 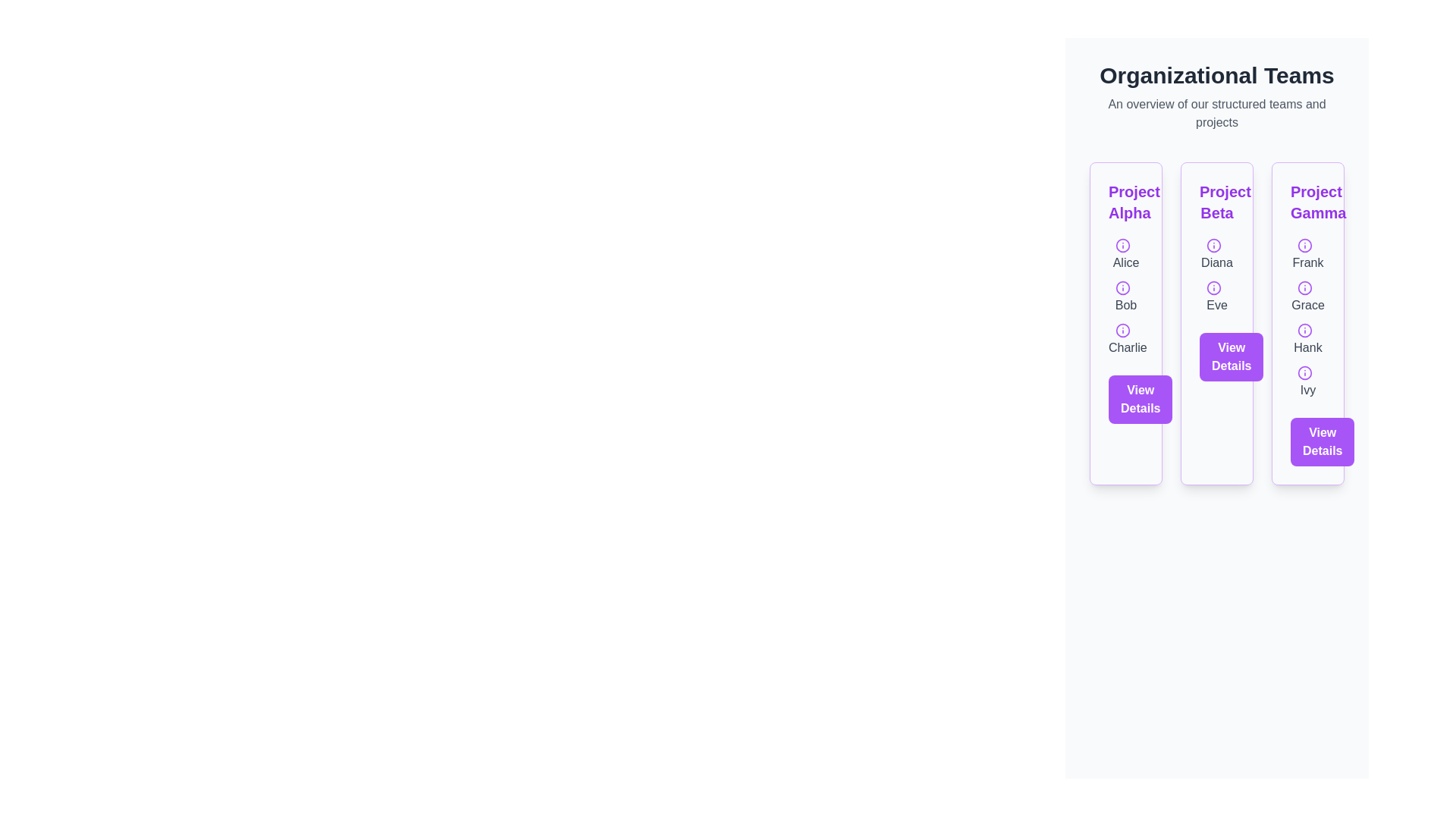 I want to click on the circular outline icon next to 'Hank' in the 'Project Gamma' section, so click(x=1304, y=329).